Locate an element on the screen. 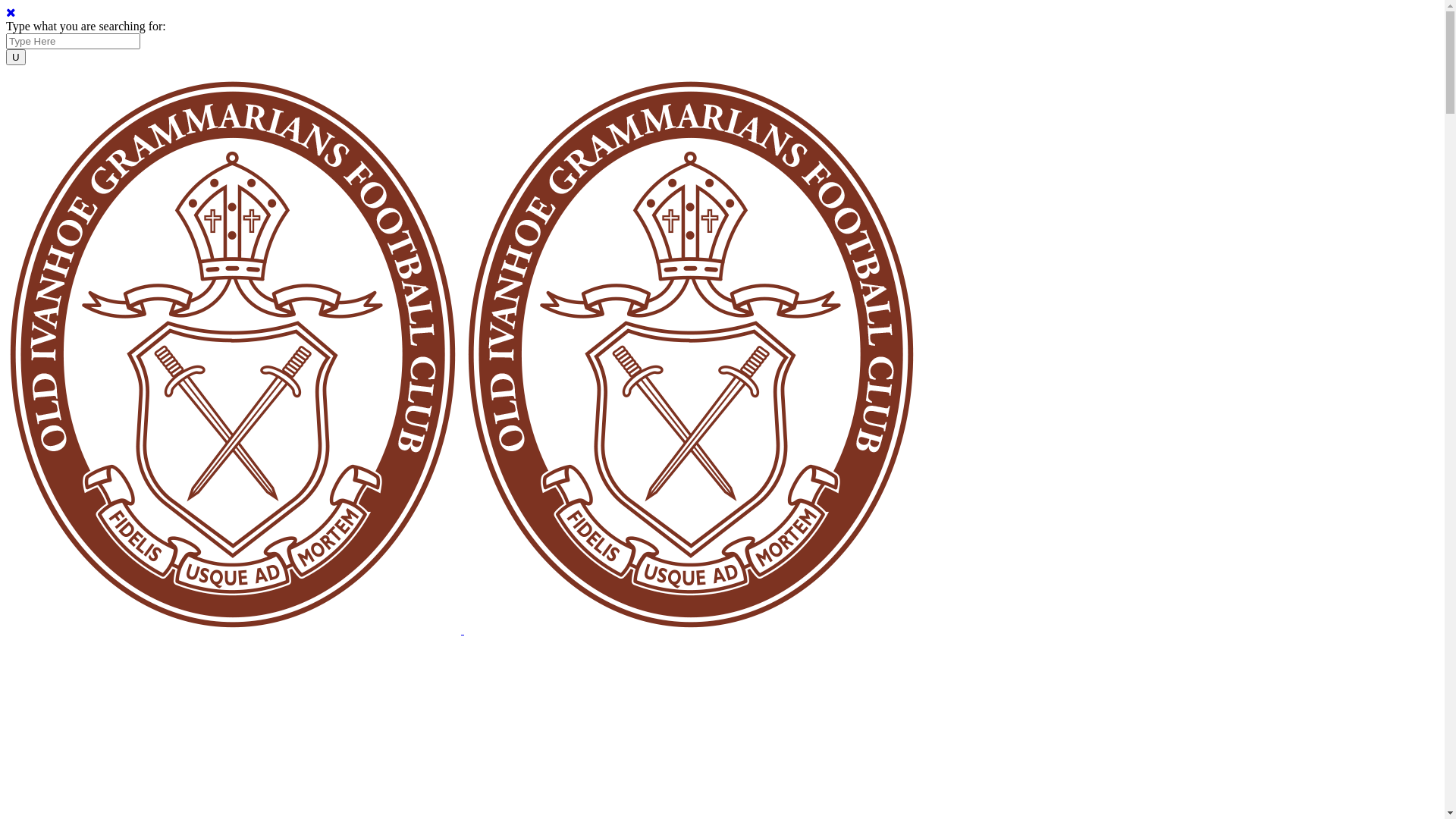  'U' is located at coordinates (15, 56).